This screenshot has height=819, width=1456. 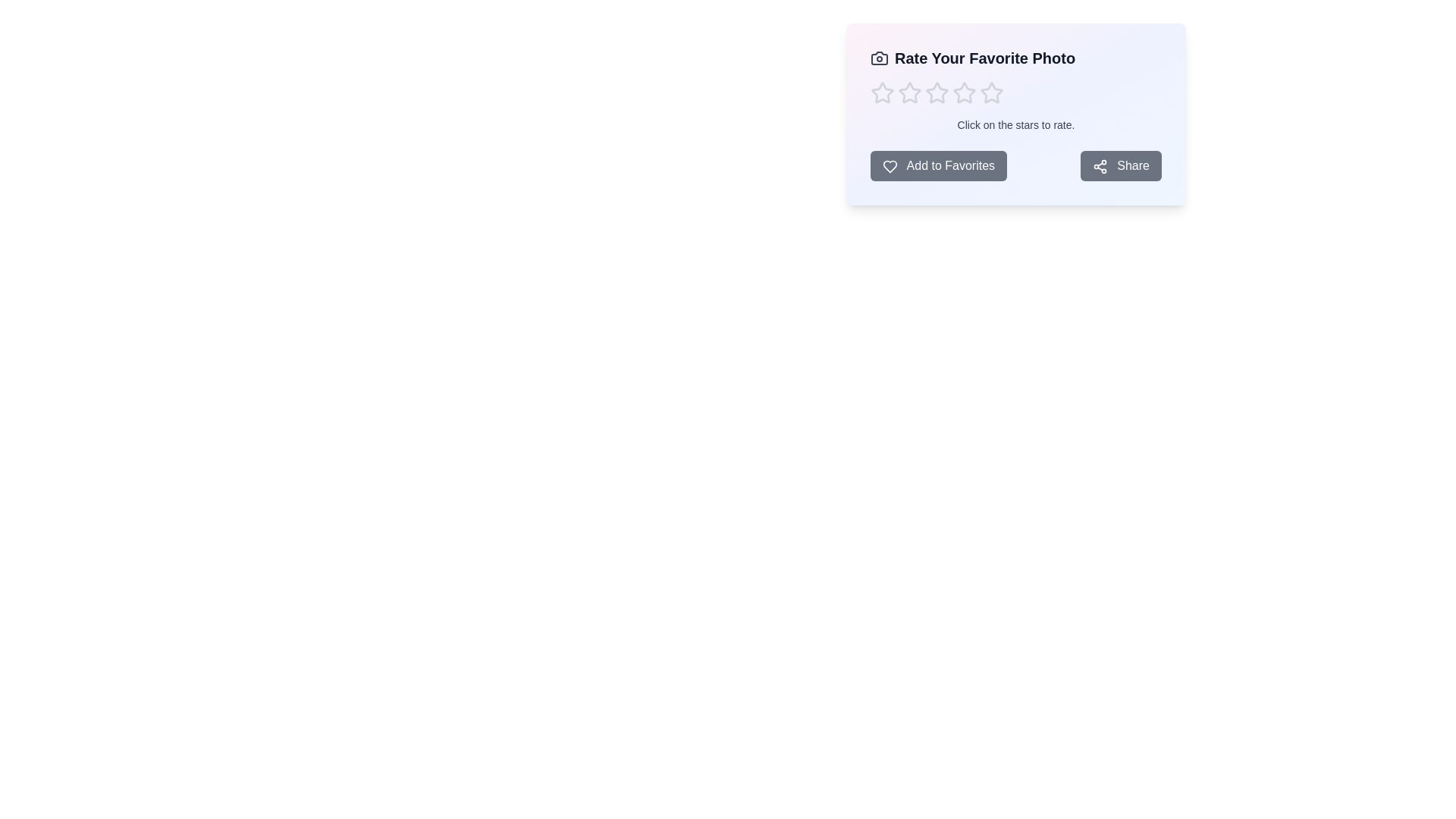 What do you see at coordinates (1100, 166) in the screenshot?
I see `the share icon located in the bottom-right corner of the card interface, which is part of the button labeled 'Share'` at bounding box center [1100, 166].